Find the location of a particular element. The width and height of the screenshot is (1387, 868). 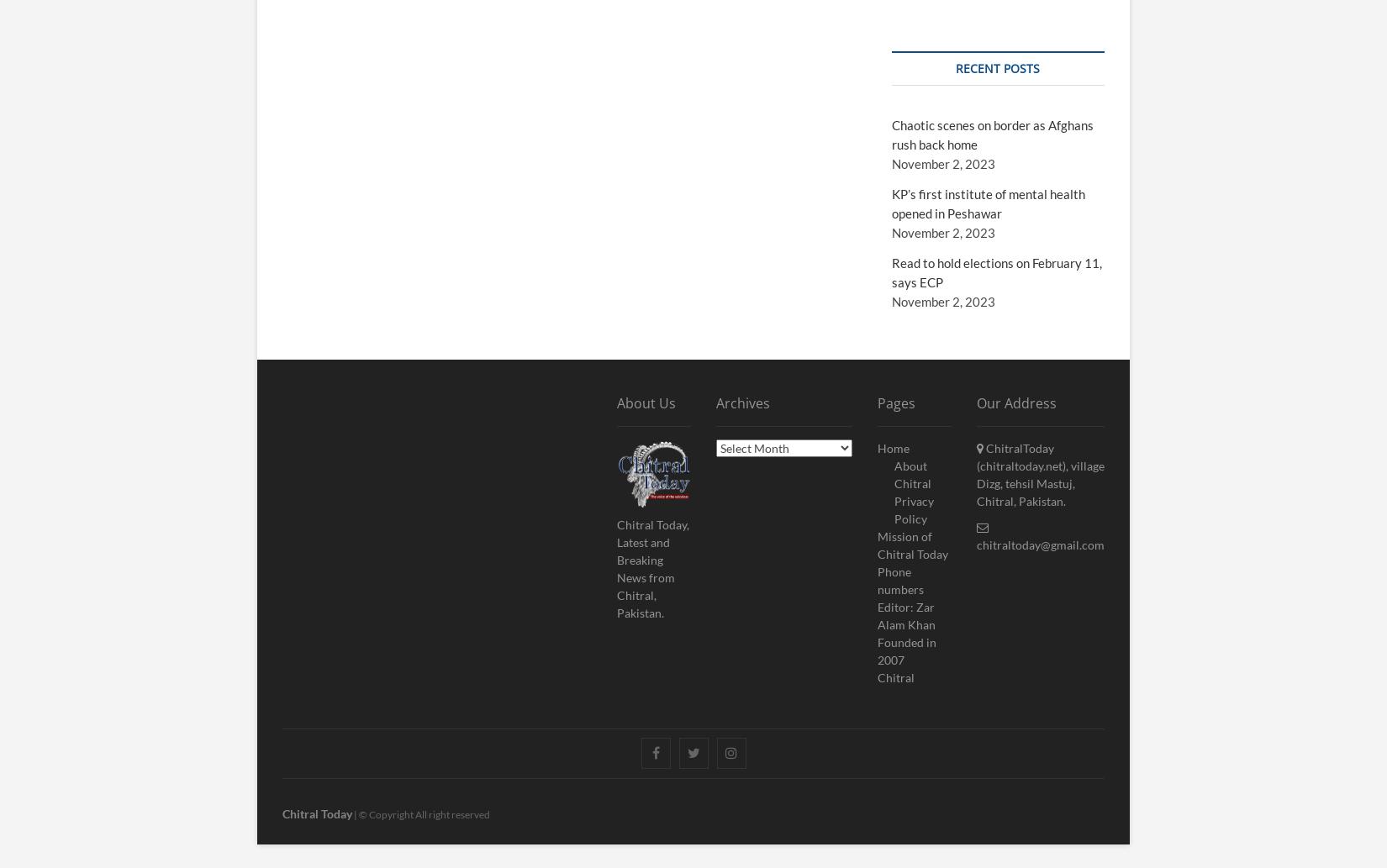

'Phone numbers' is located at coordinates (900, 580).